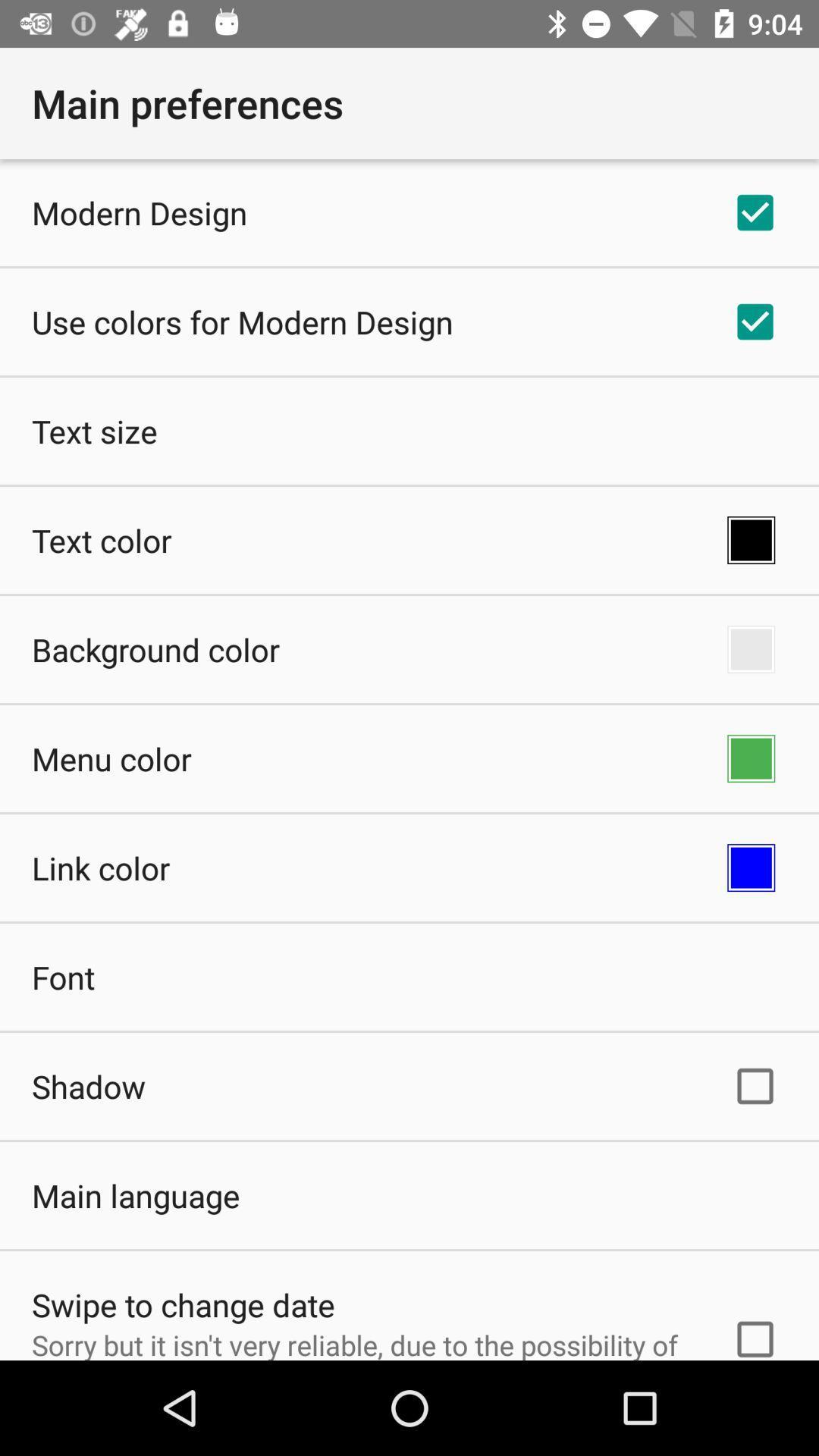 The height and width of the screenshot is (1456, 819). What do you see at coordinates (182, 1304) in the screenshot?
I see `the icon below main language icon` at bounding box center [182, 1304].